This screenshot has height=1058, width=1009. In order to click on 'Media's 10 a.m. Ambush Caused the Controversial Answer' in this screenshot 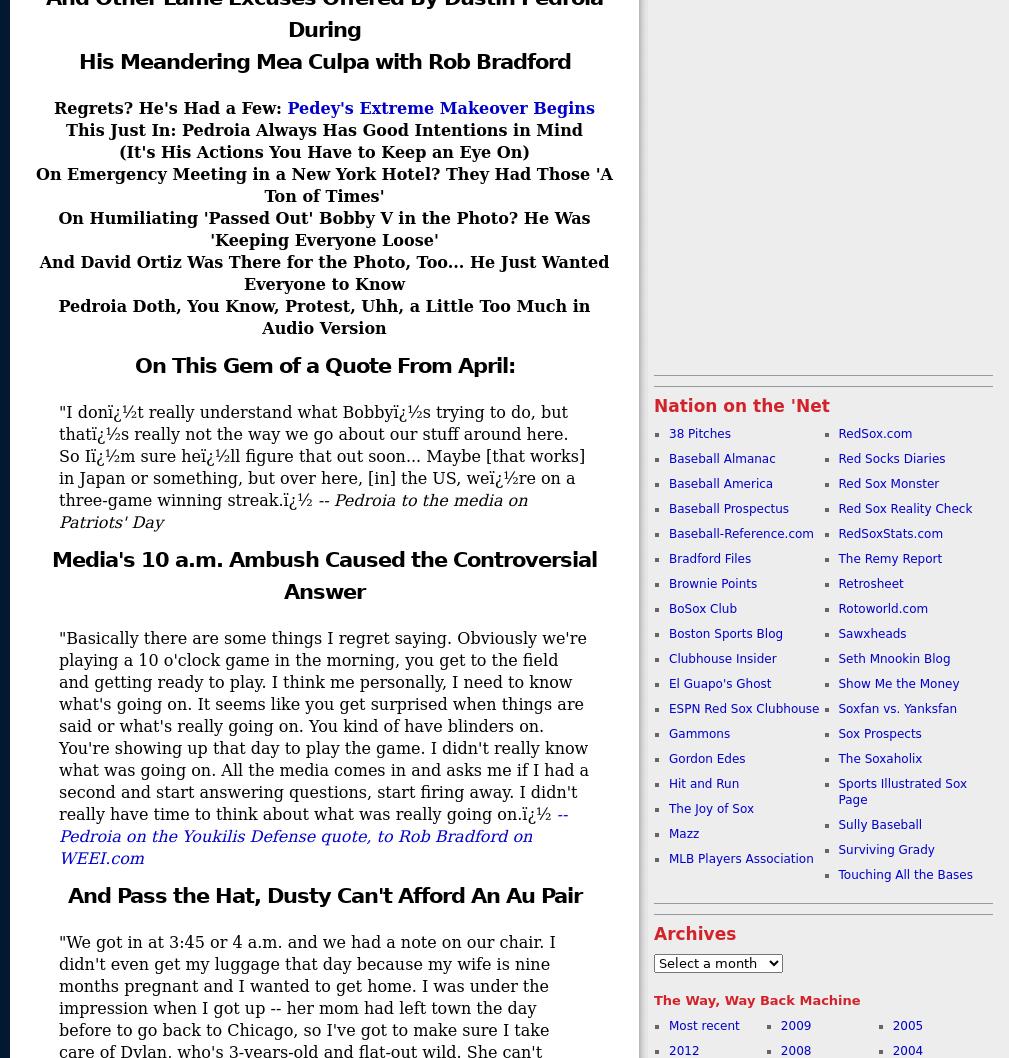, I will do `click(323, 575)`.